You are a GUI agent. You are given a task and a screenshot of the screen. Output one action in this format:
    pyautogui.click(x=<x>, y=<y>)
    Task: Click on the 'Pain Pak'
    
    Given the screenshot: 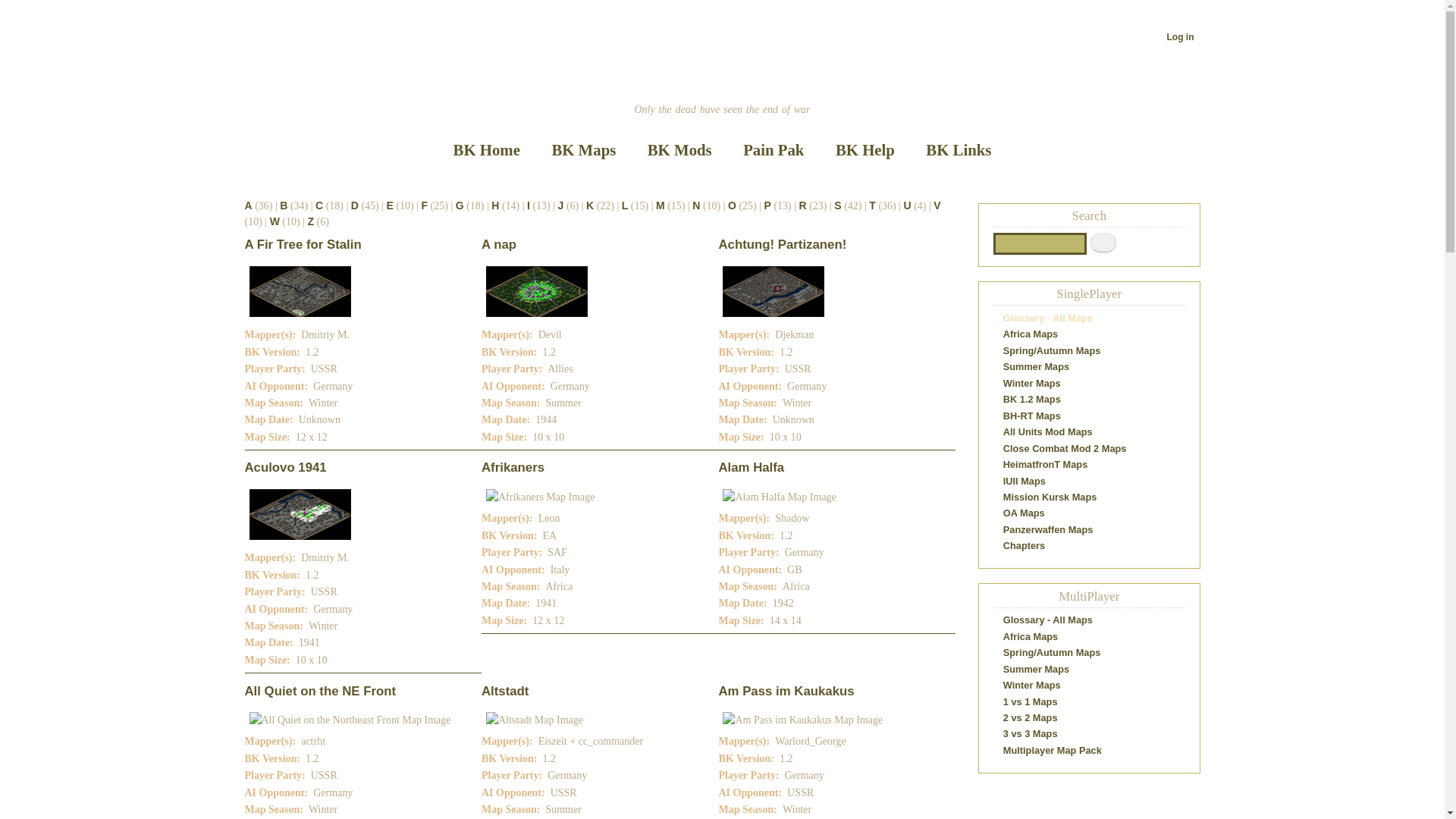 What is the action you would take?
    pyautogui.click(x=773, y=149)
    